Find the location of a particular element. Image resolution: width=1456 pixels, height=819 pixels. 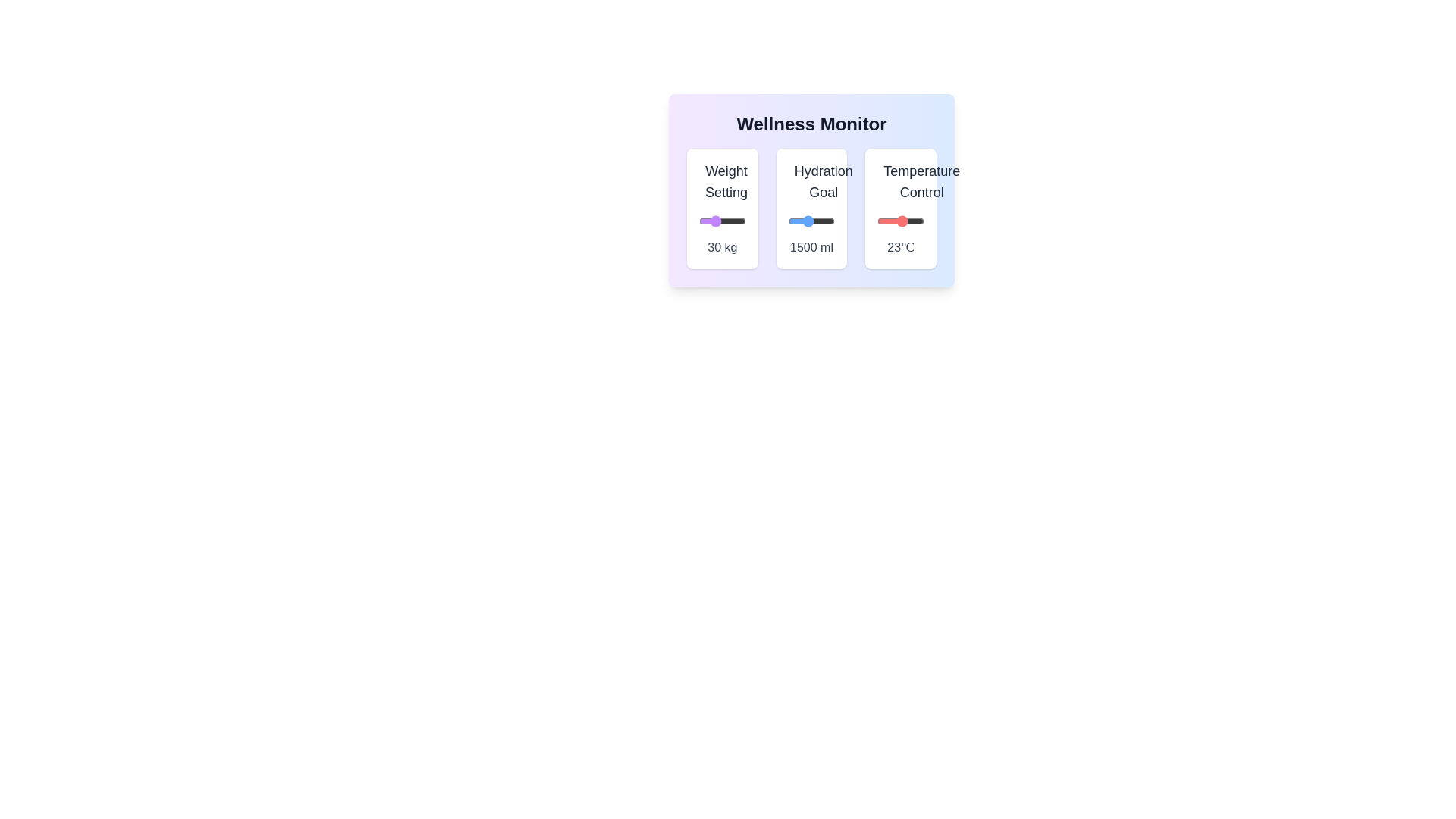

weight is located at coordinates (744, 221).